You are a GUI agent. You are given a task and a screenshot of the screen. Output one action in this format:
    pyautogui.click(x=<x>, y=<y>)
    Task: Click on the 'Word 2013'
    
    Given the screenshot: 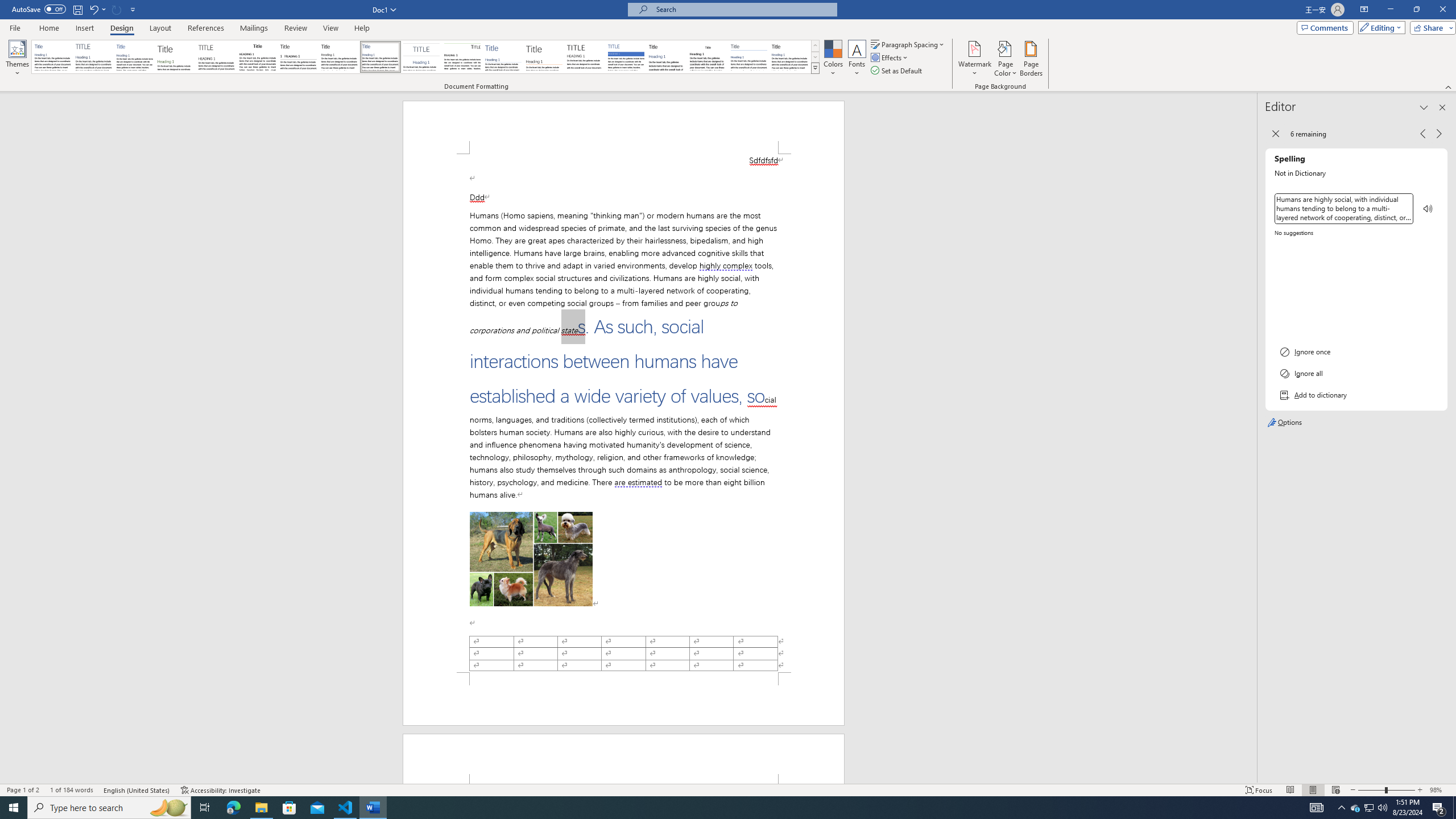 What is the action you would take?
    pyautogui.click(x=791, y=56)
    